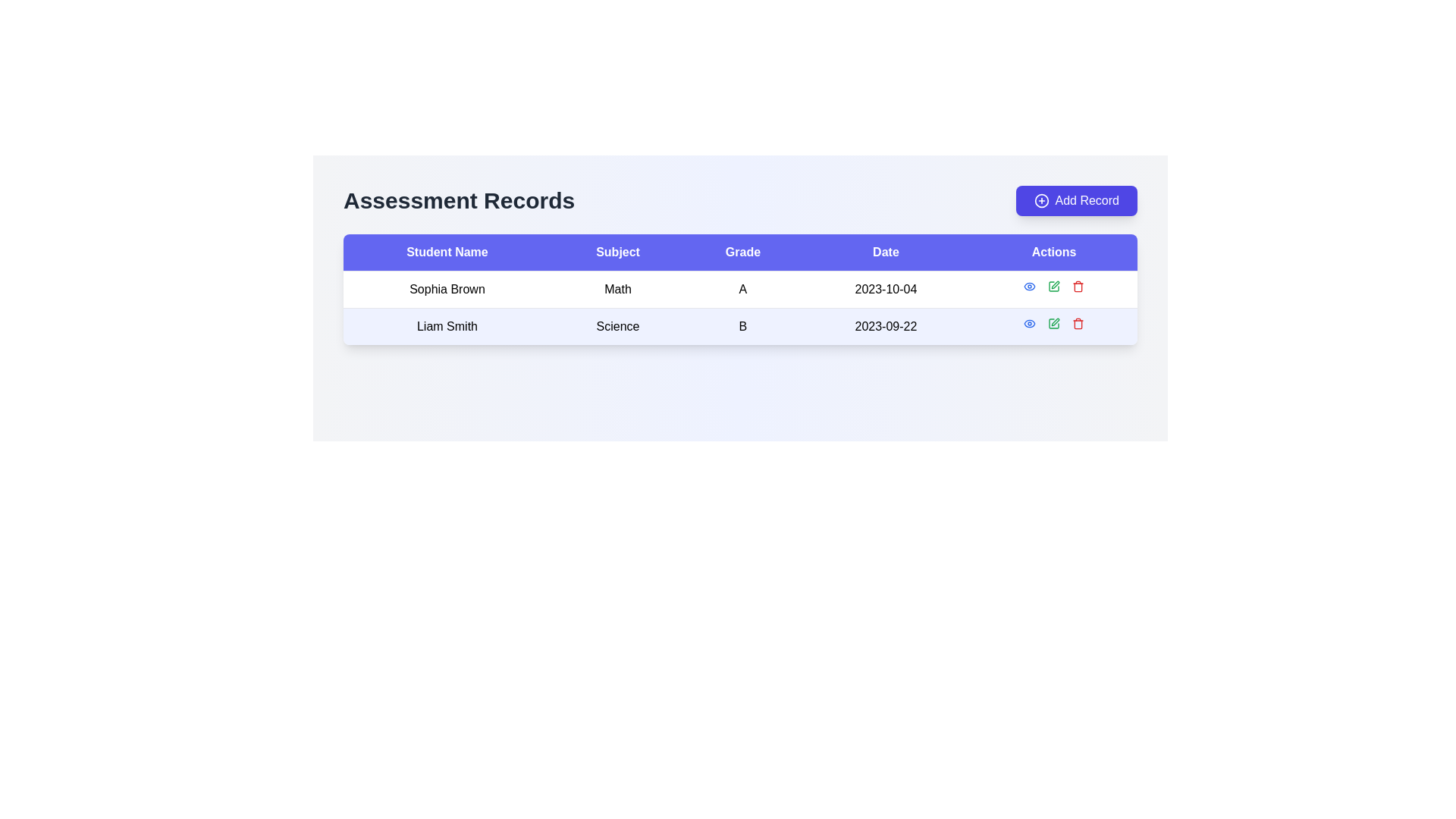 The width and height of the screenshot is (1456, 819). Describe the element at coordinates (1040, 200) in the screenshot. I see `the circular icon with a plus sign inside, which is positioned to the right of the 'Add Record' button` at that location.